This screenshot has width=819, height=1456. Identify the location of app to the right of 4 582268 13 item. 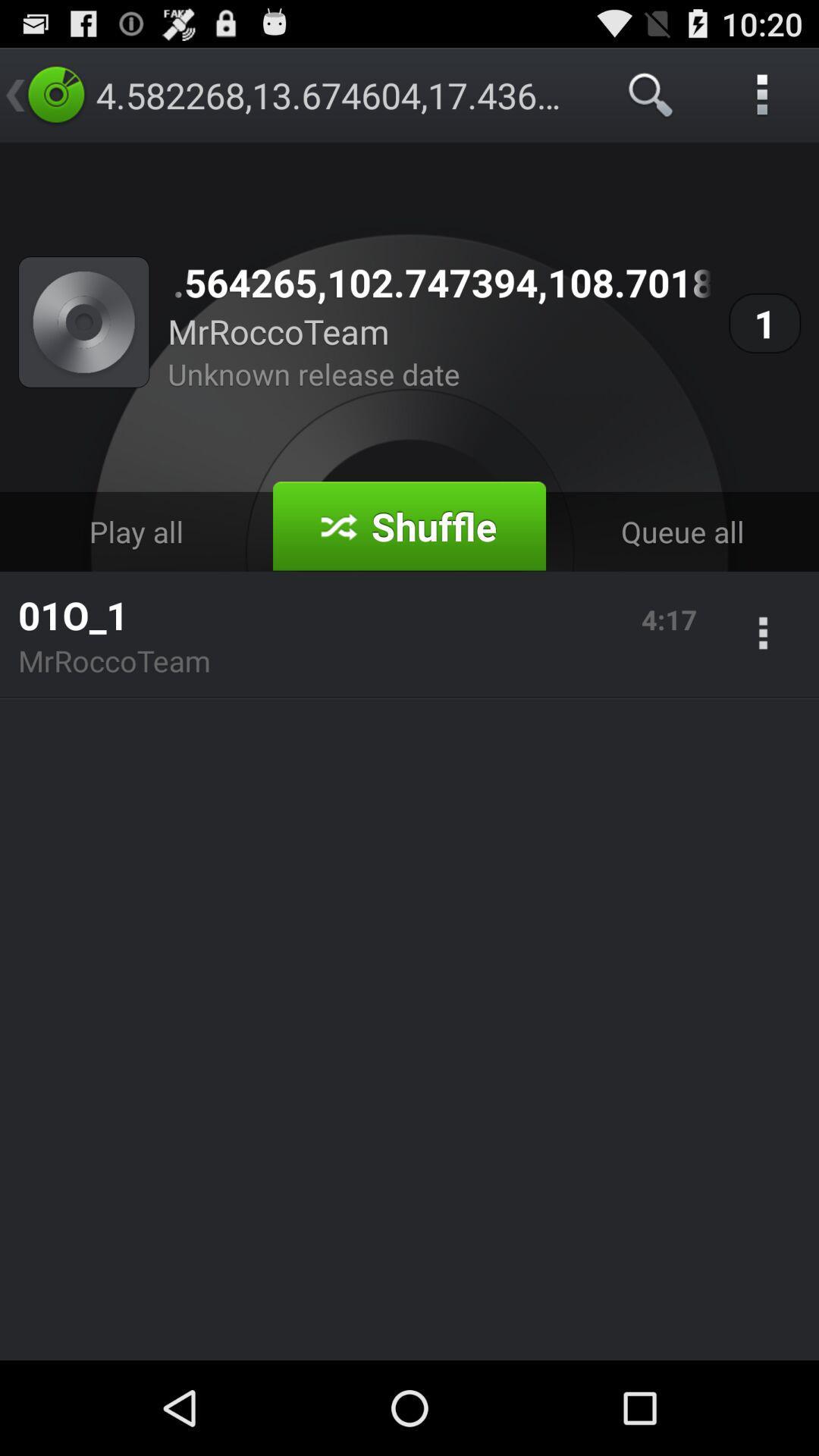
(651, 94).